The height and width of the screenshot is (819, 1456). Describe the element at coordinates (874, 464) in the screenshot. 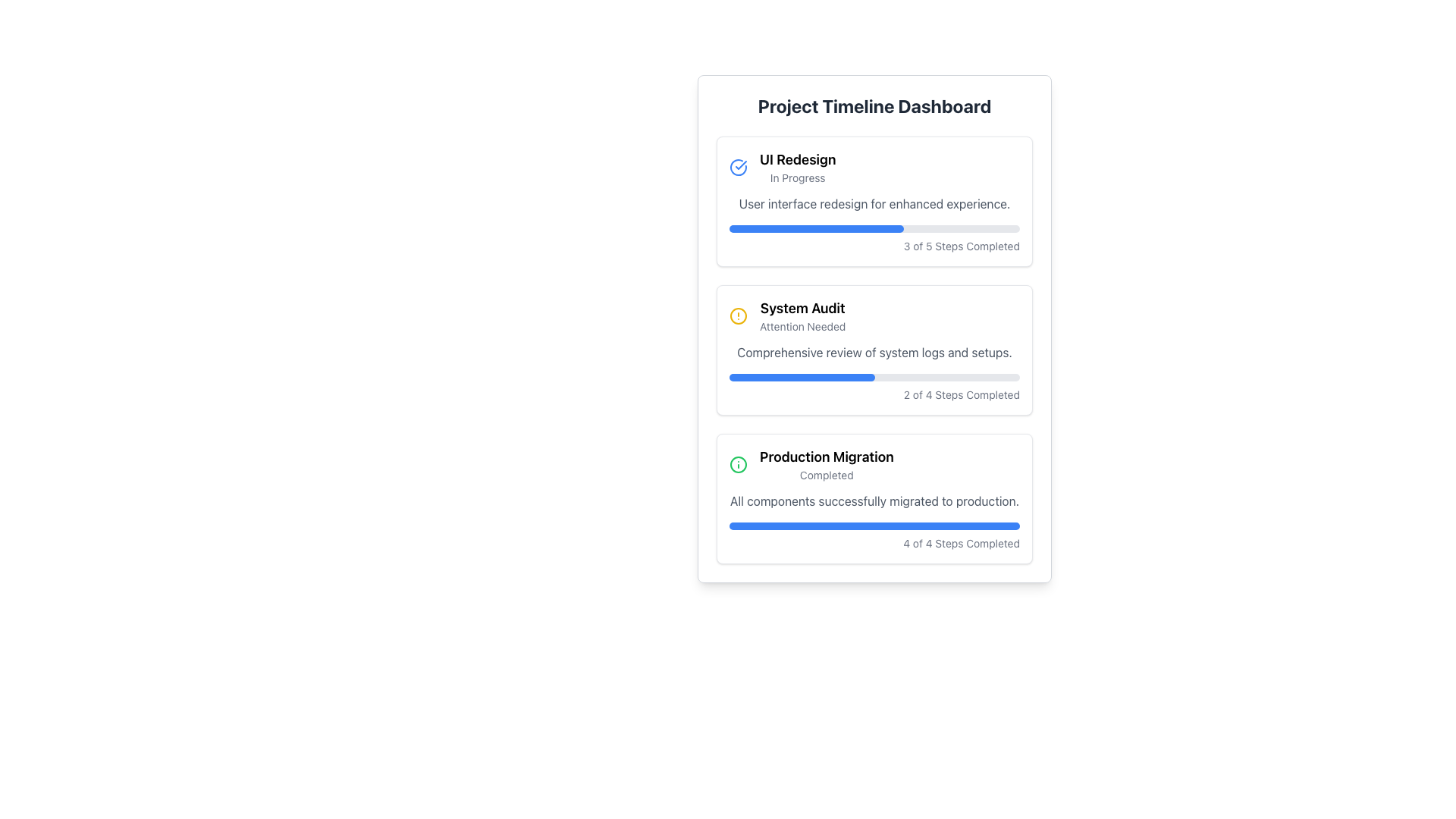

I see `the green circular icon with an information glyph on the left of the 'Production Migration' text` at that location.